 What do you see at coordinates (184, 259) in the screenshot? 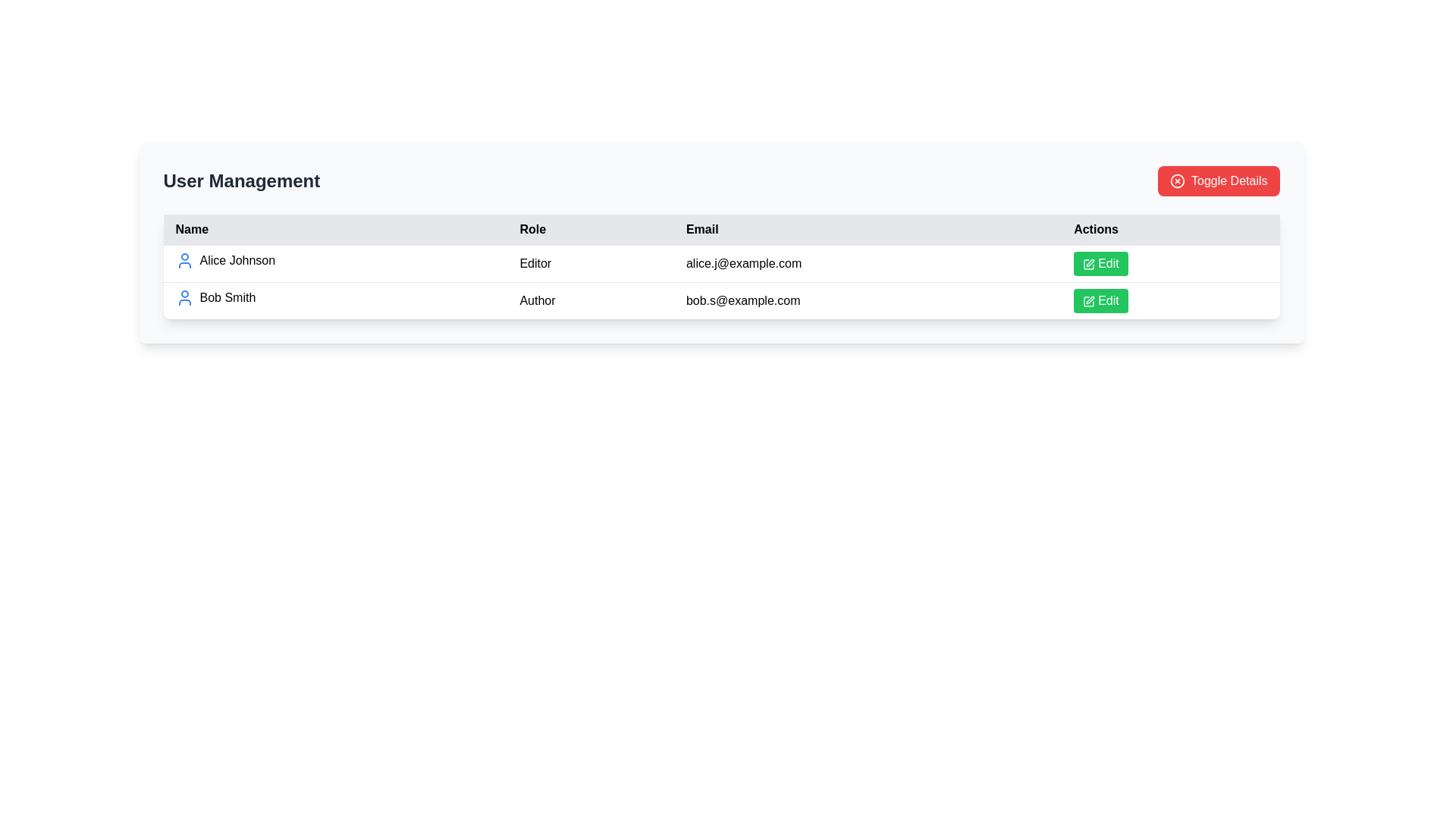
I see `the user icon styled as a line drawing of a person in blue next to the name 'Alice Johnson' in the 'User Management' table` at bounding box center [184, 259].